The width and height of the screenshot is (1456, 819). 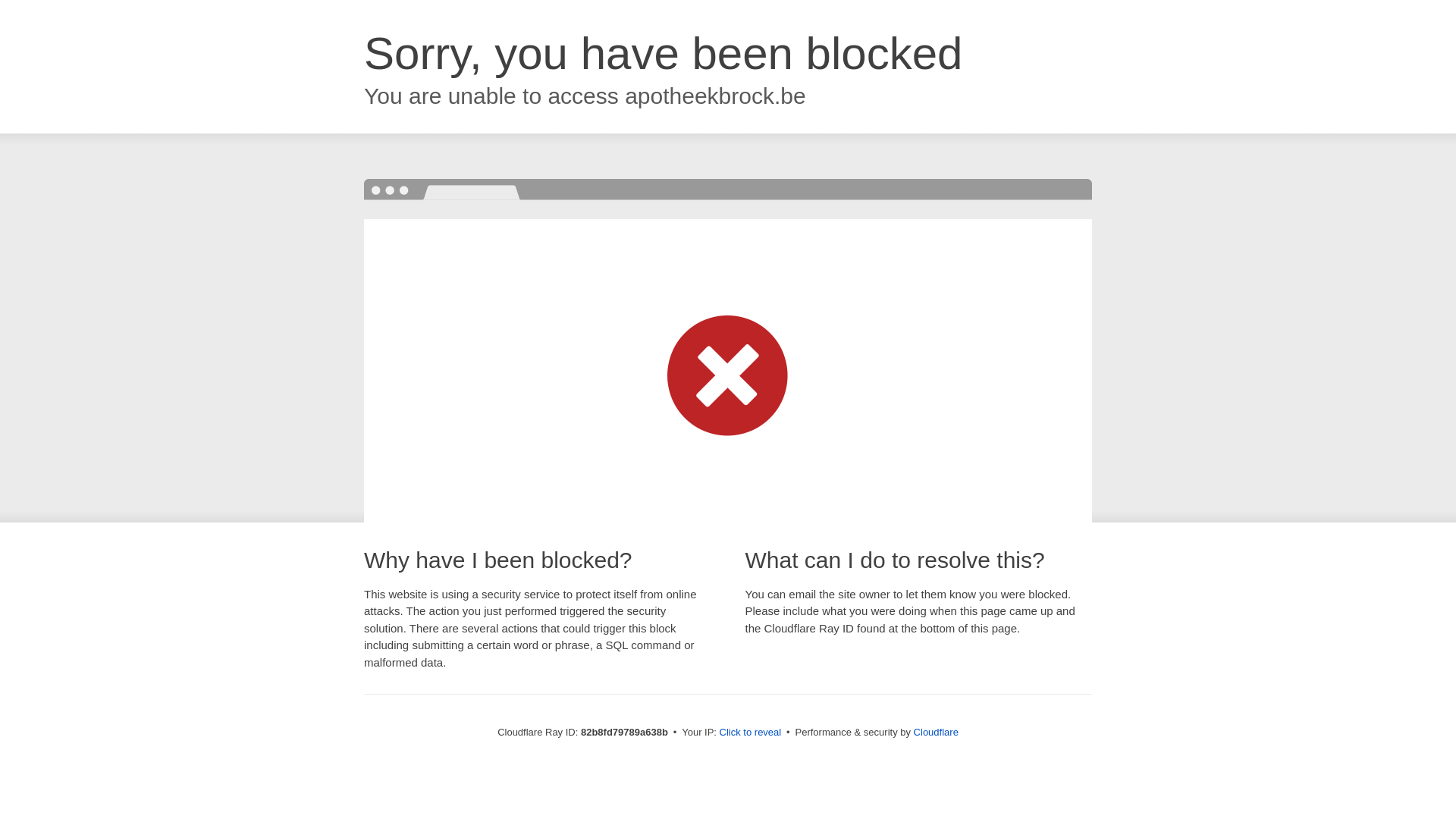 I want to click on 'Click to reveal', so click(x=750, y=731).